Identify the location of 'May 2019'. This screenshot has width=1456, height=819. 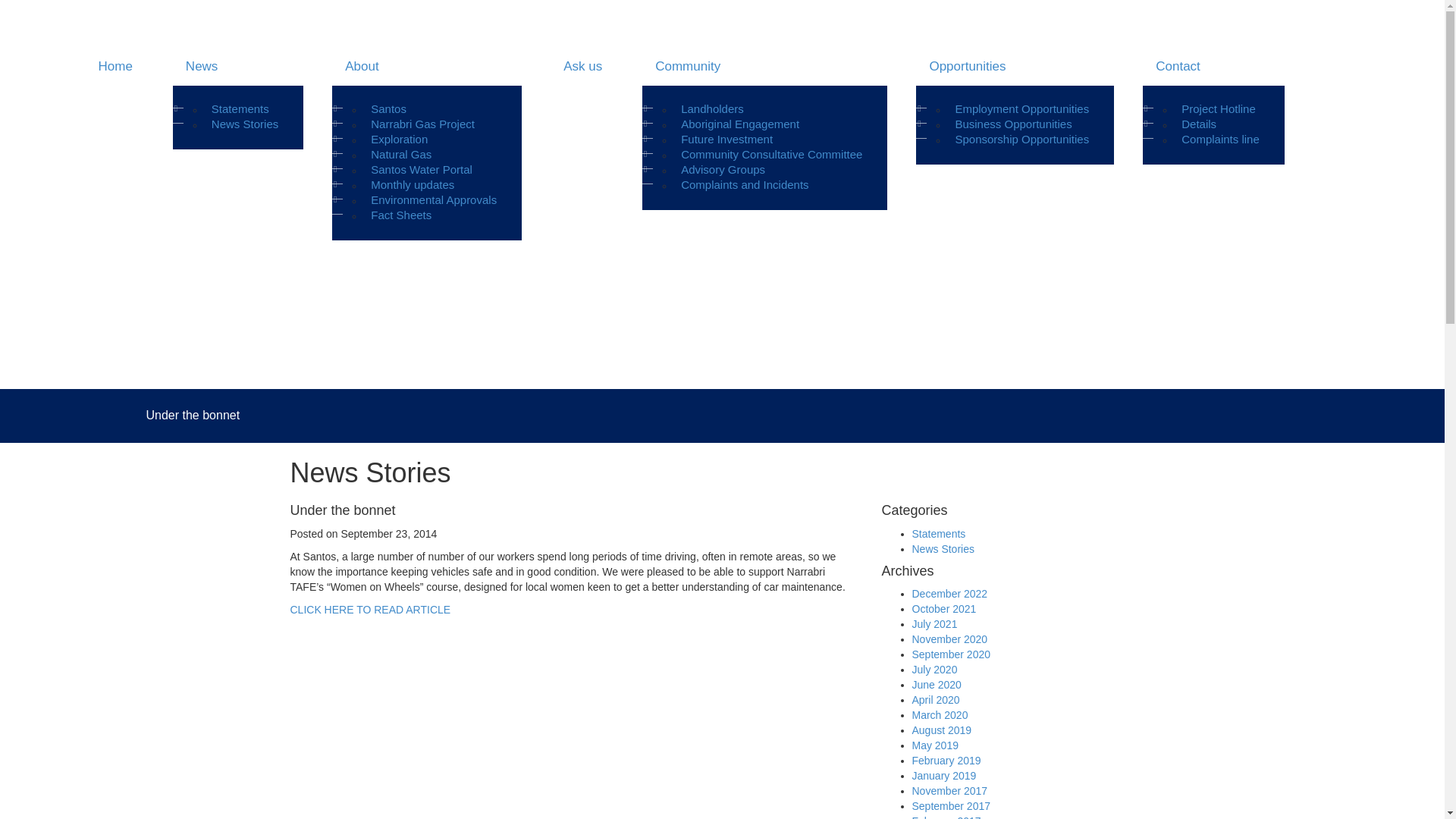
(910, 745).